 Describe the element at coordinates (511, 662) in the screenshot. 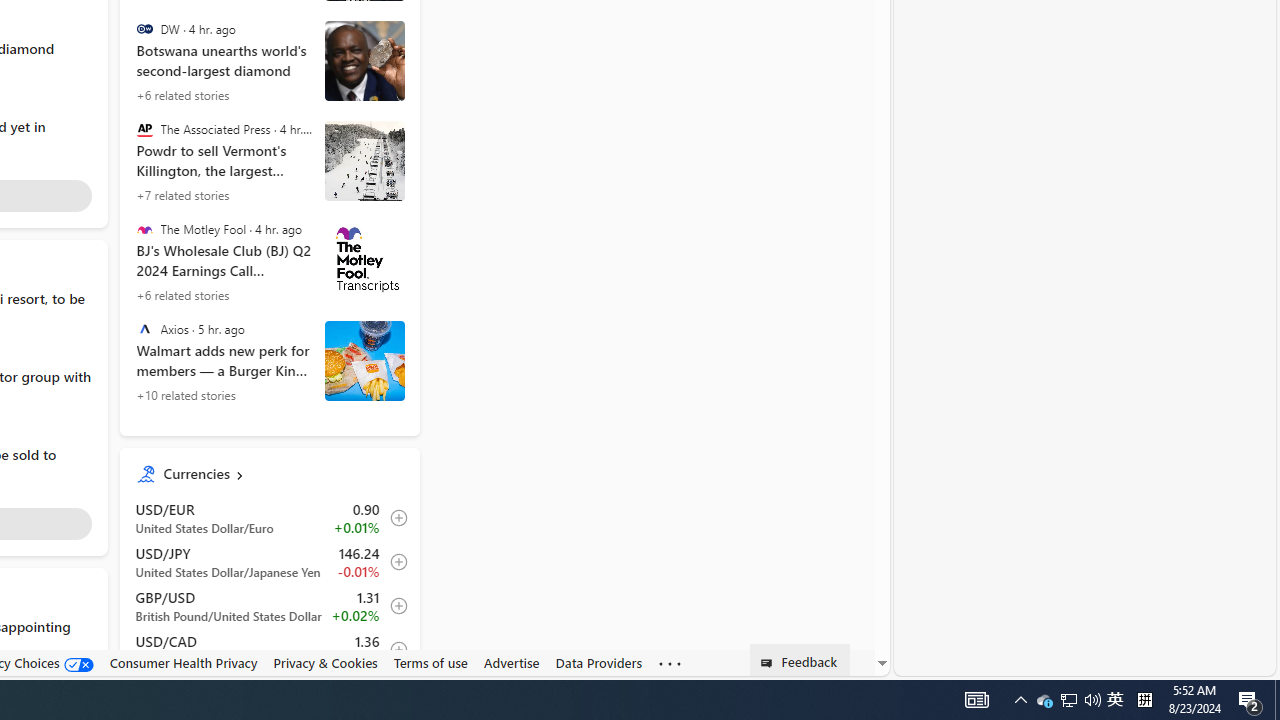

I see `'Advertise'` at that location.